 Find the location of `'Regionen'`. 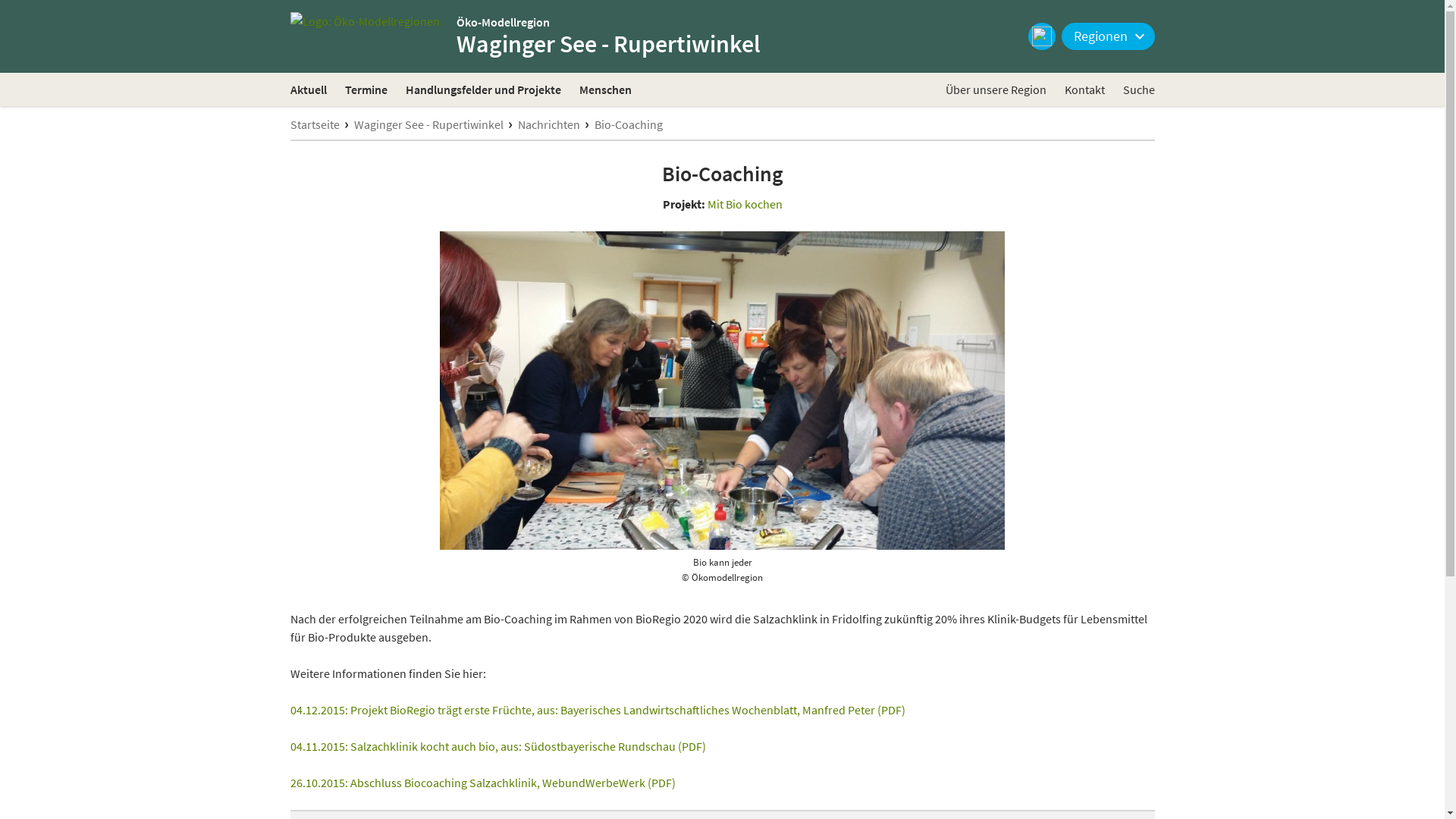

'Regionen' is located at coordinates (1108, 35).